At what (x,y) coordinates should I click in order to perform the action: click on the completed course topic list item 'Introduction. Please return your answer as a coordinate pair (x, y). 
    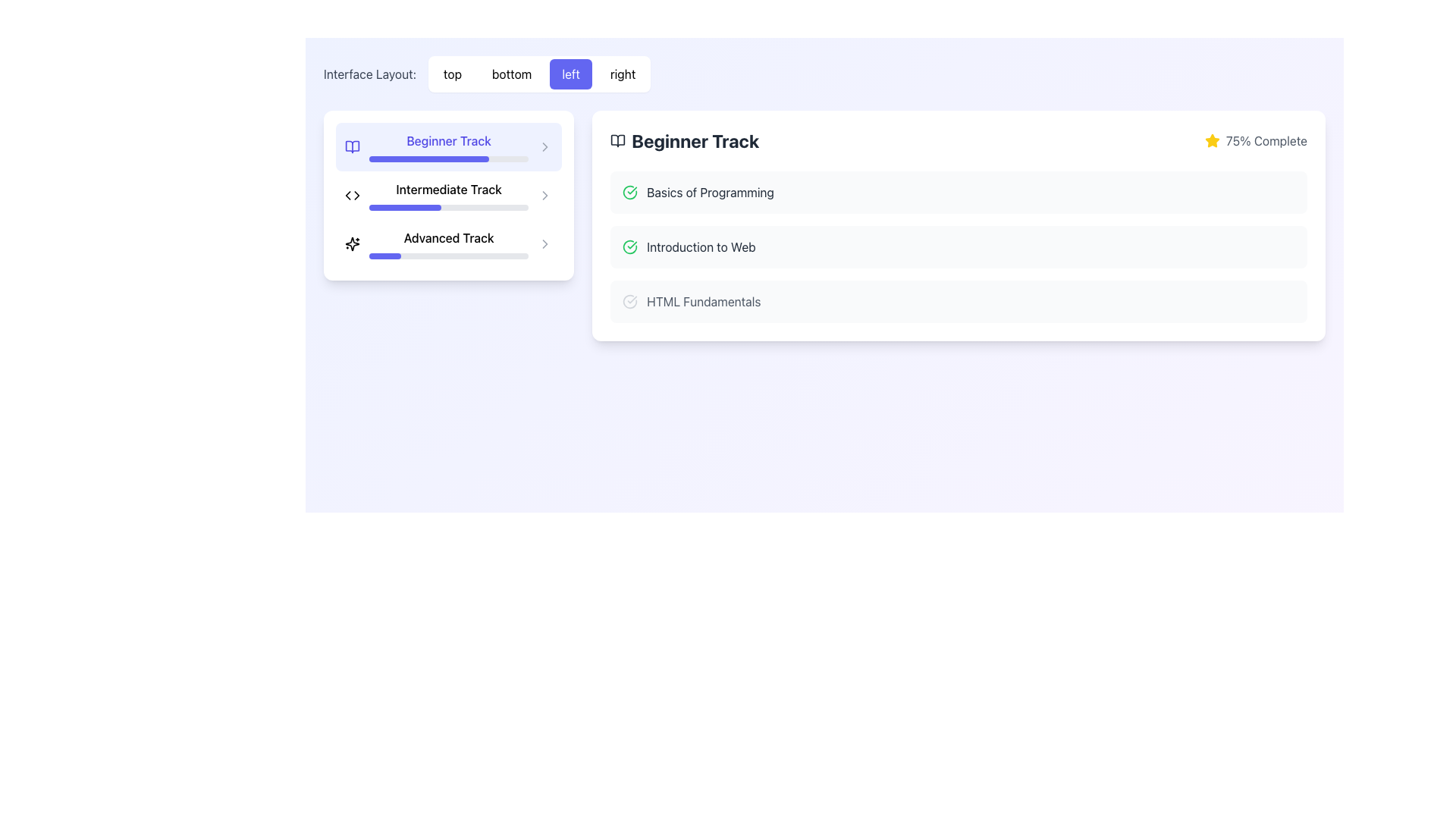
    Looking at the image, I should click on (958, 246).